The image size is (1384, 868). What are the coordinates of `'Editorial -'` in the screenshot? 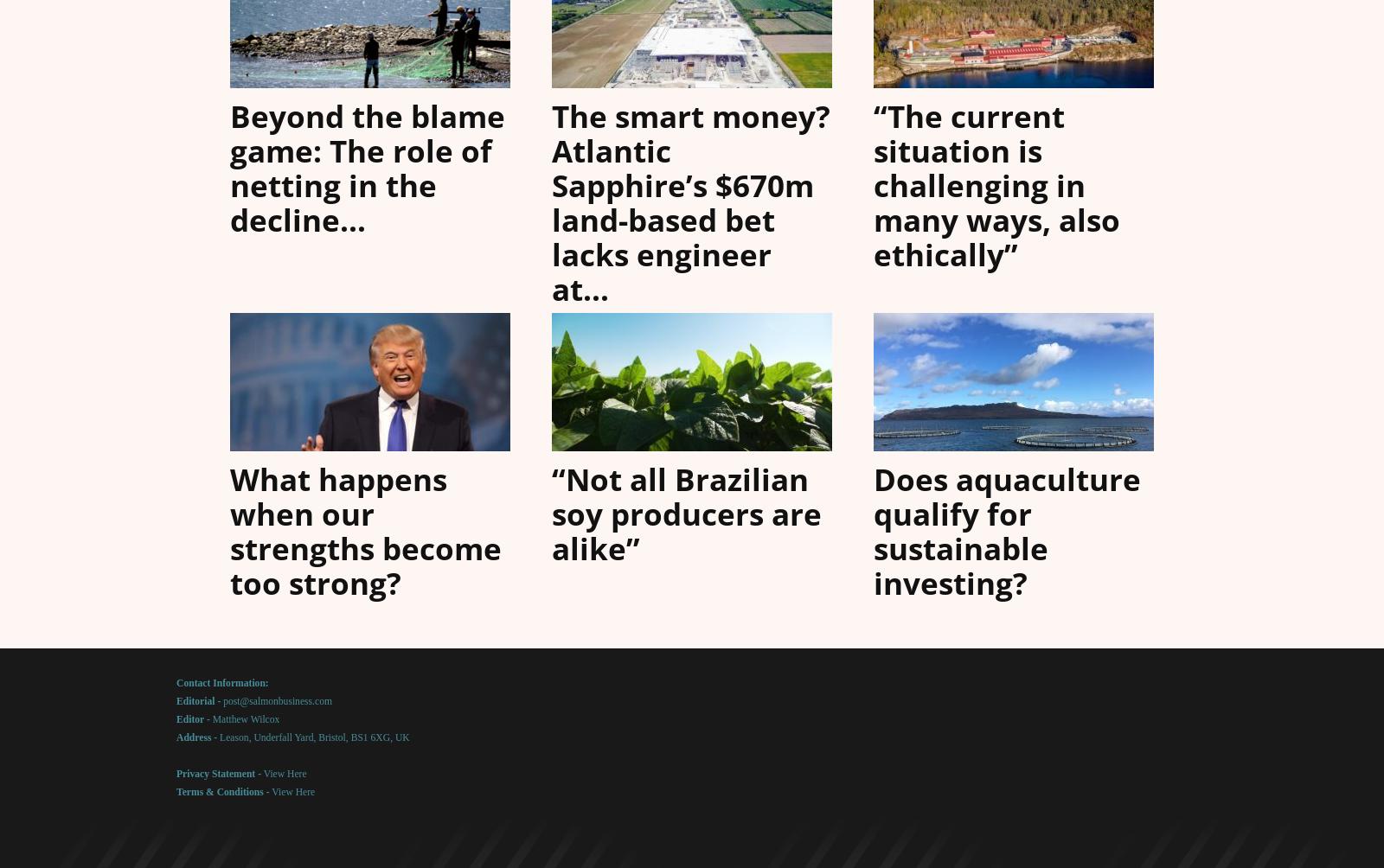 It's located at (198, 700).